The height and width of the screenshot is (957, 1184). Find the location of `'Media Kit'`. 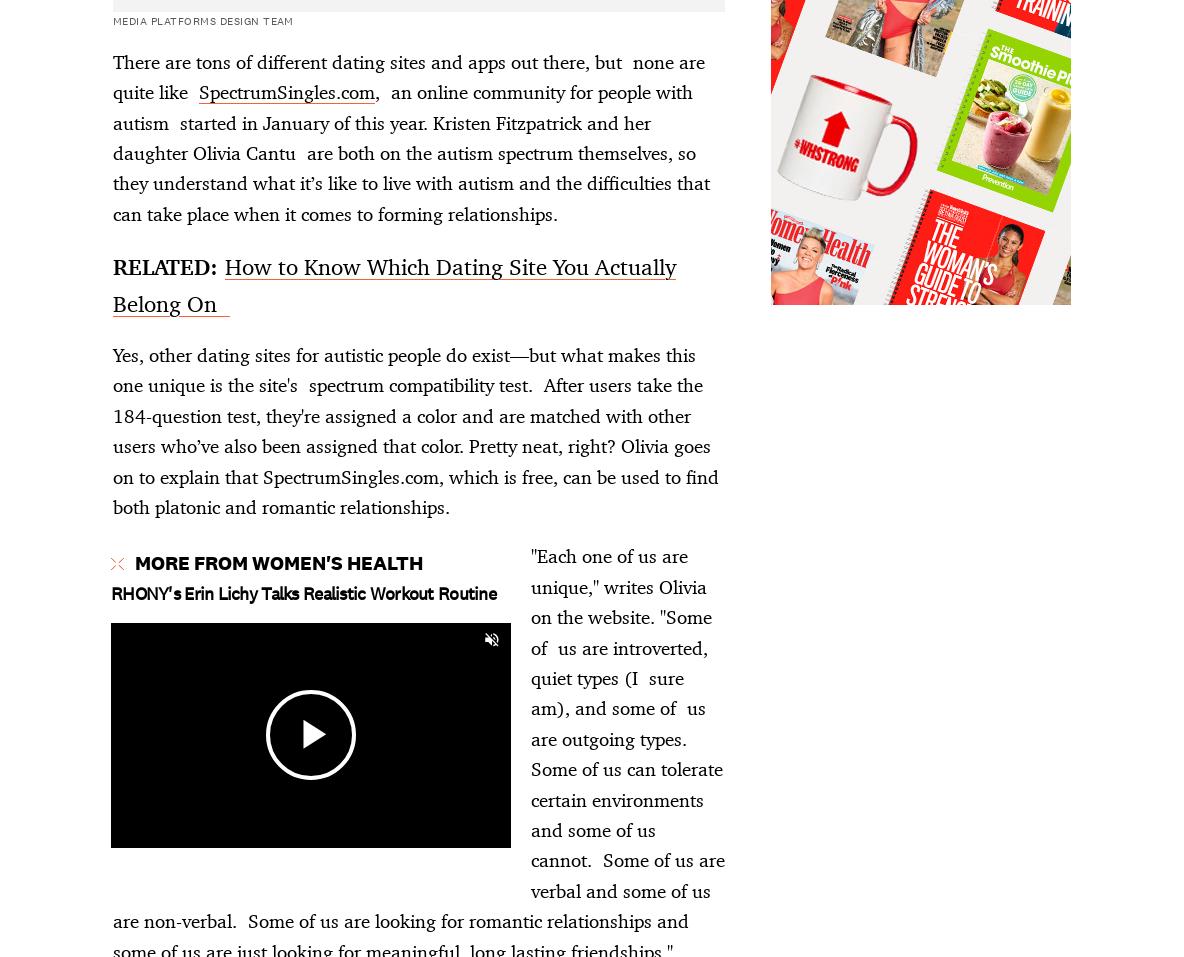

'Media Kit' is located at coordinates (68, 743).